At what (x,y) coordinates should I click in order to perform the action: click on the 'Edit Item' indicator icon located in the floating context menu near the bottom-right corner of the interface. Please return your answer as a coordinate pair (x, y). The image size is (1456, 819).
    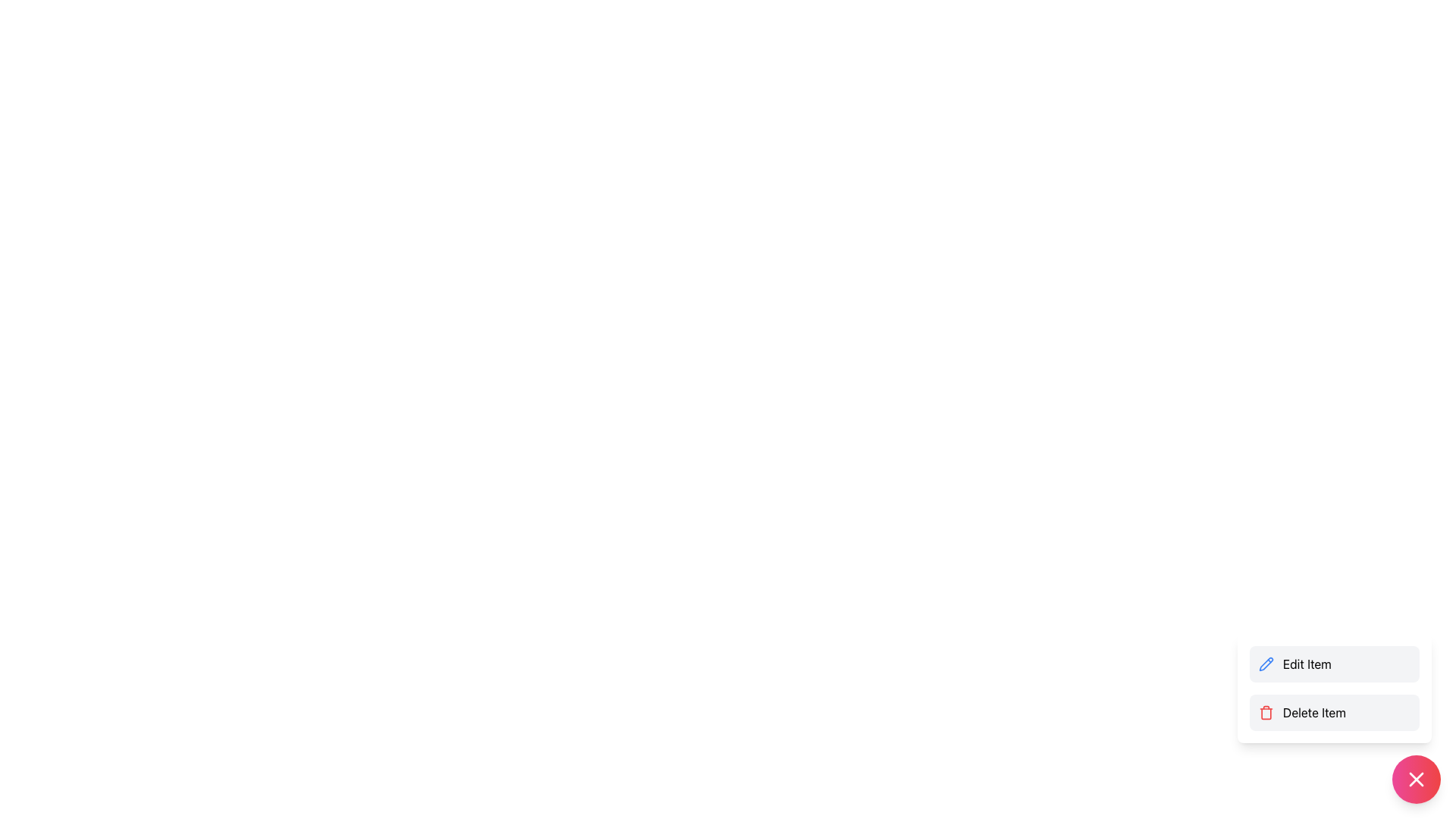
    Looking at the image, I should click on (1266, 663).